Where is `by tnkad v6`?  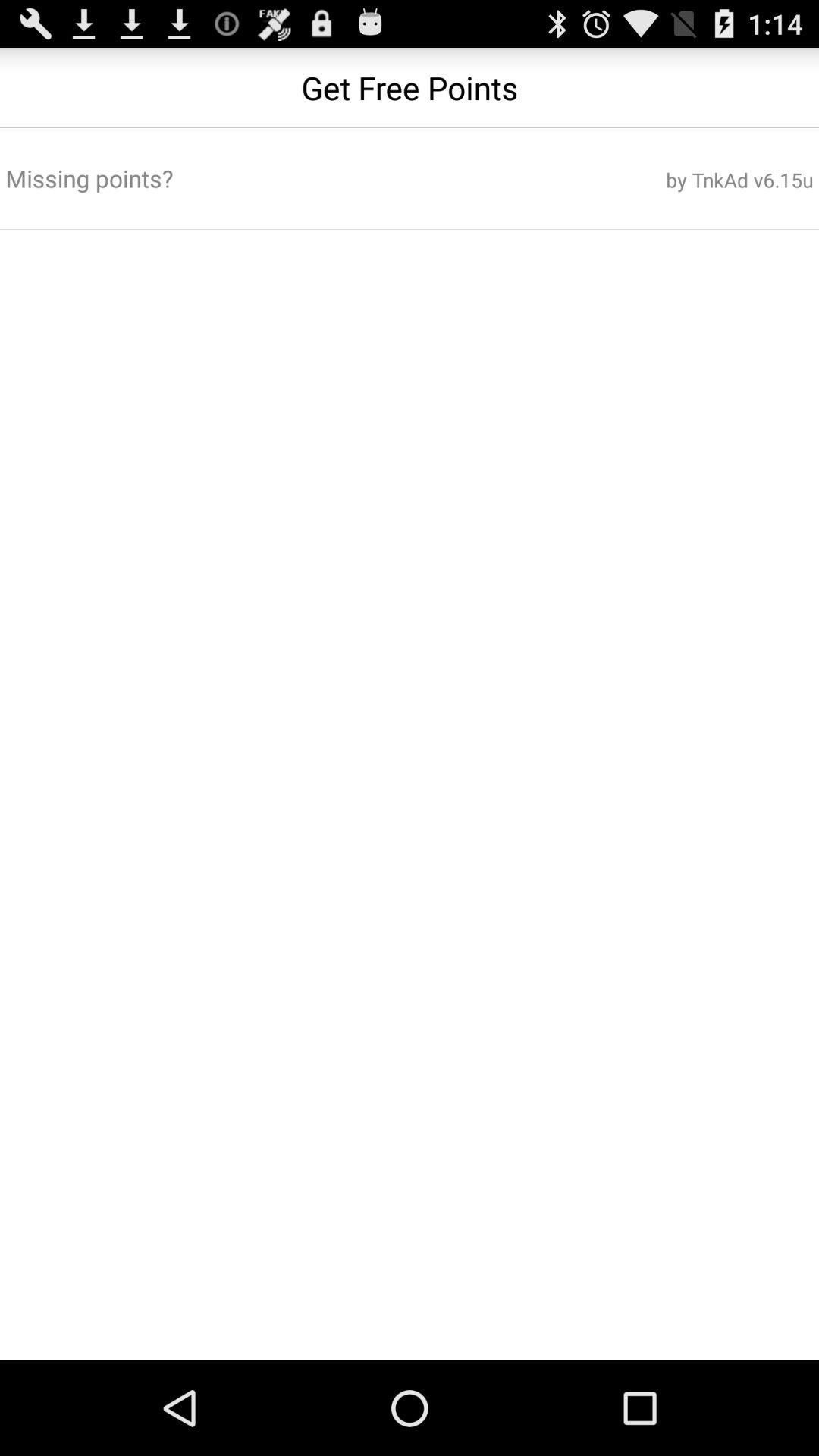 by tnkad v6 is located at coordinates (676, 180).